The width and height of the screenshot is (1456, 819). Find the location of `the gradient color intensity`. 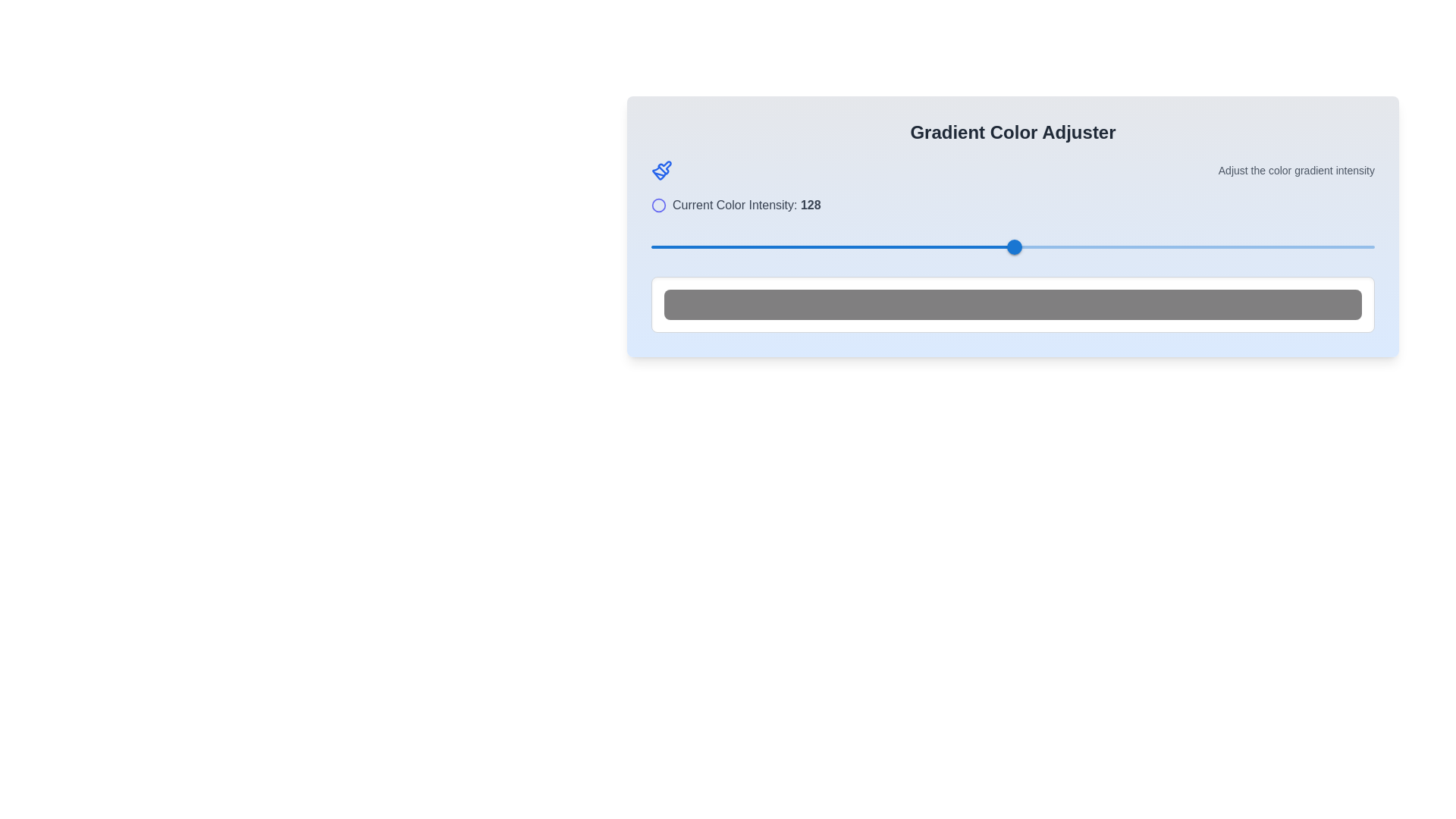

the gradient color intensity is located at coordinates (826, 246).